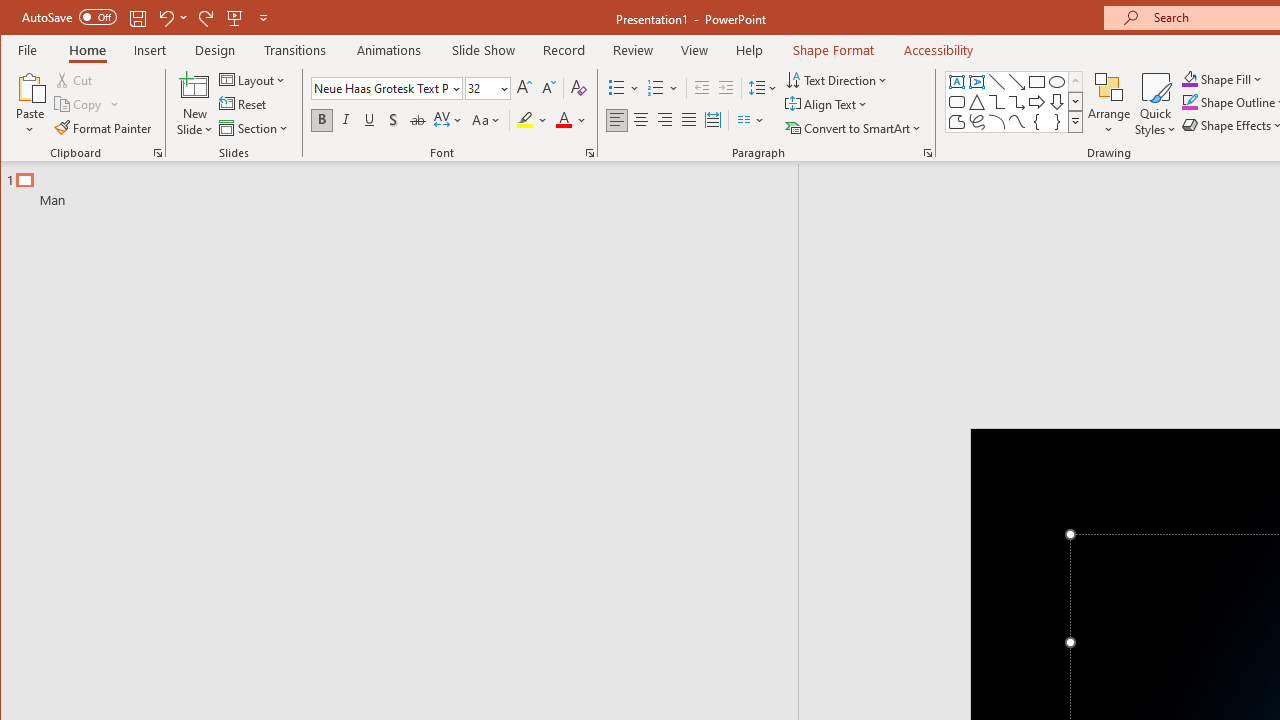  Describe the element at coordinates (570, 120) in the screenshot. I see `'Font Color'` at that location.